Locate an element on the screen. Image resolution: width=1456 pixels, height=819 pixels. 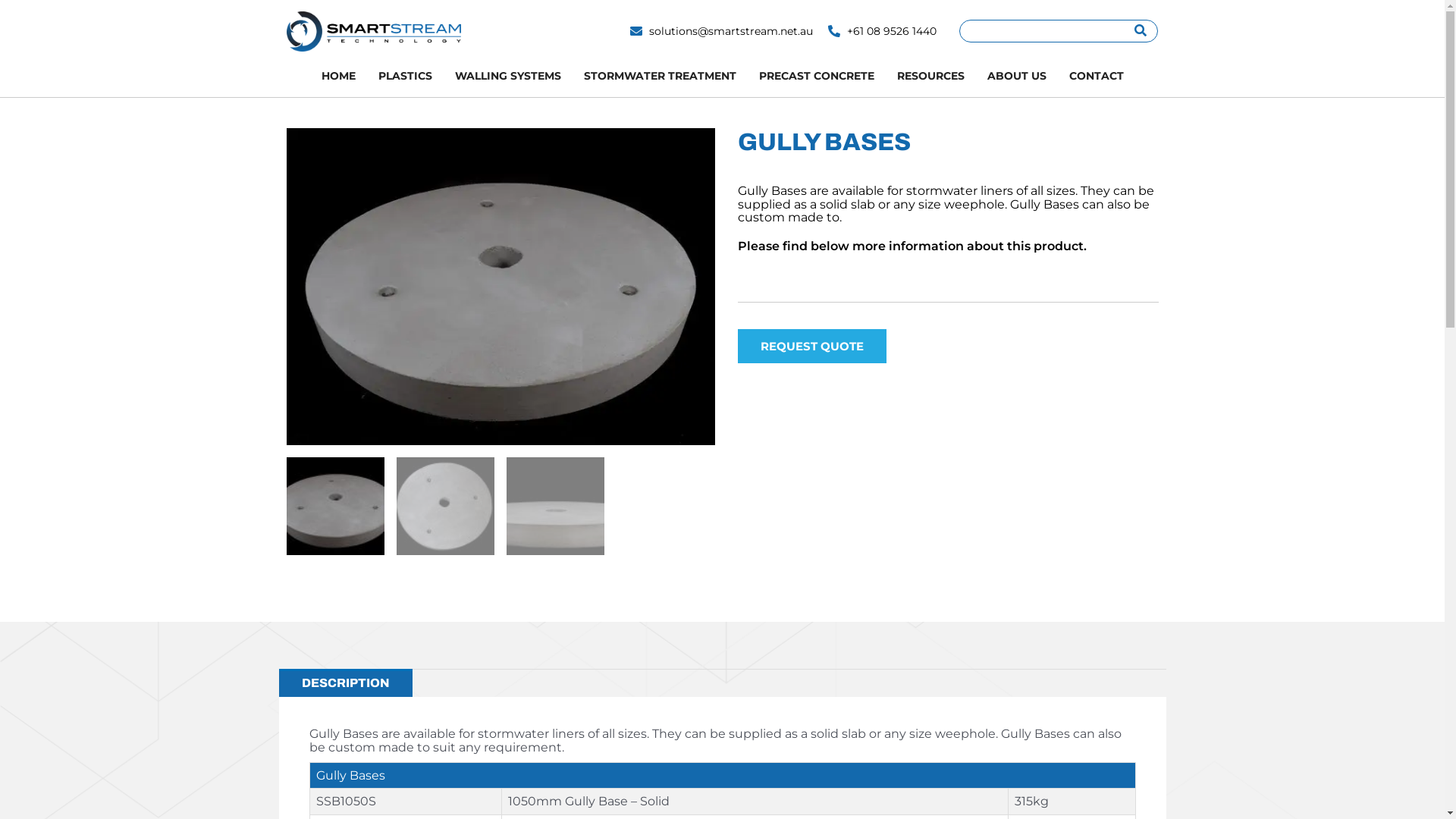
'REQUEST QUOTE' is located at coordinates (736, 346).